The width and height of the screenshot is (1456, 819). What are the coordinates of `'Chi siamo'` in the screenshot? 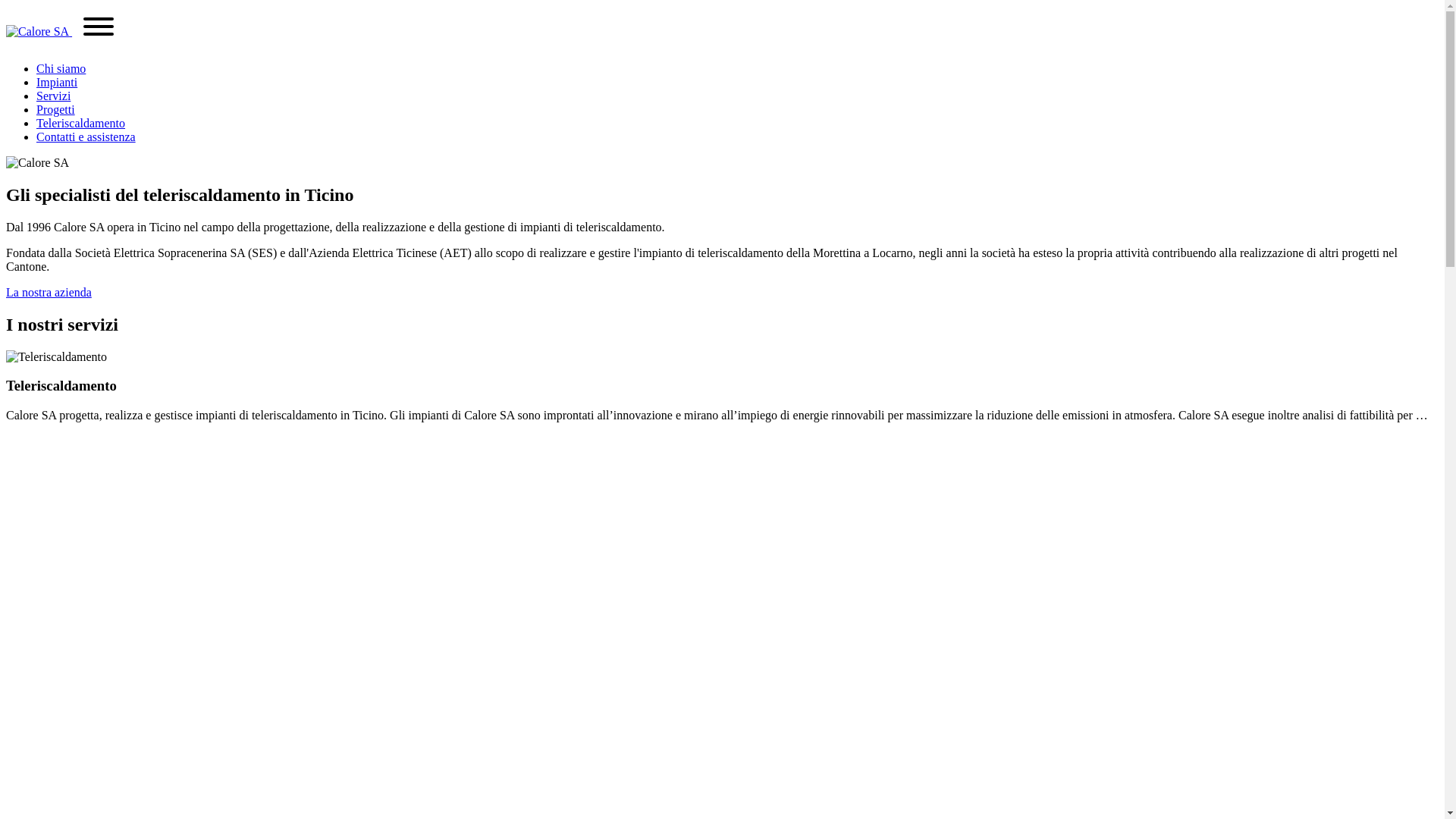 It's located at (61, 68).